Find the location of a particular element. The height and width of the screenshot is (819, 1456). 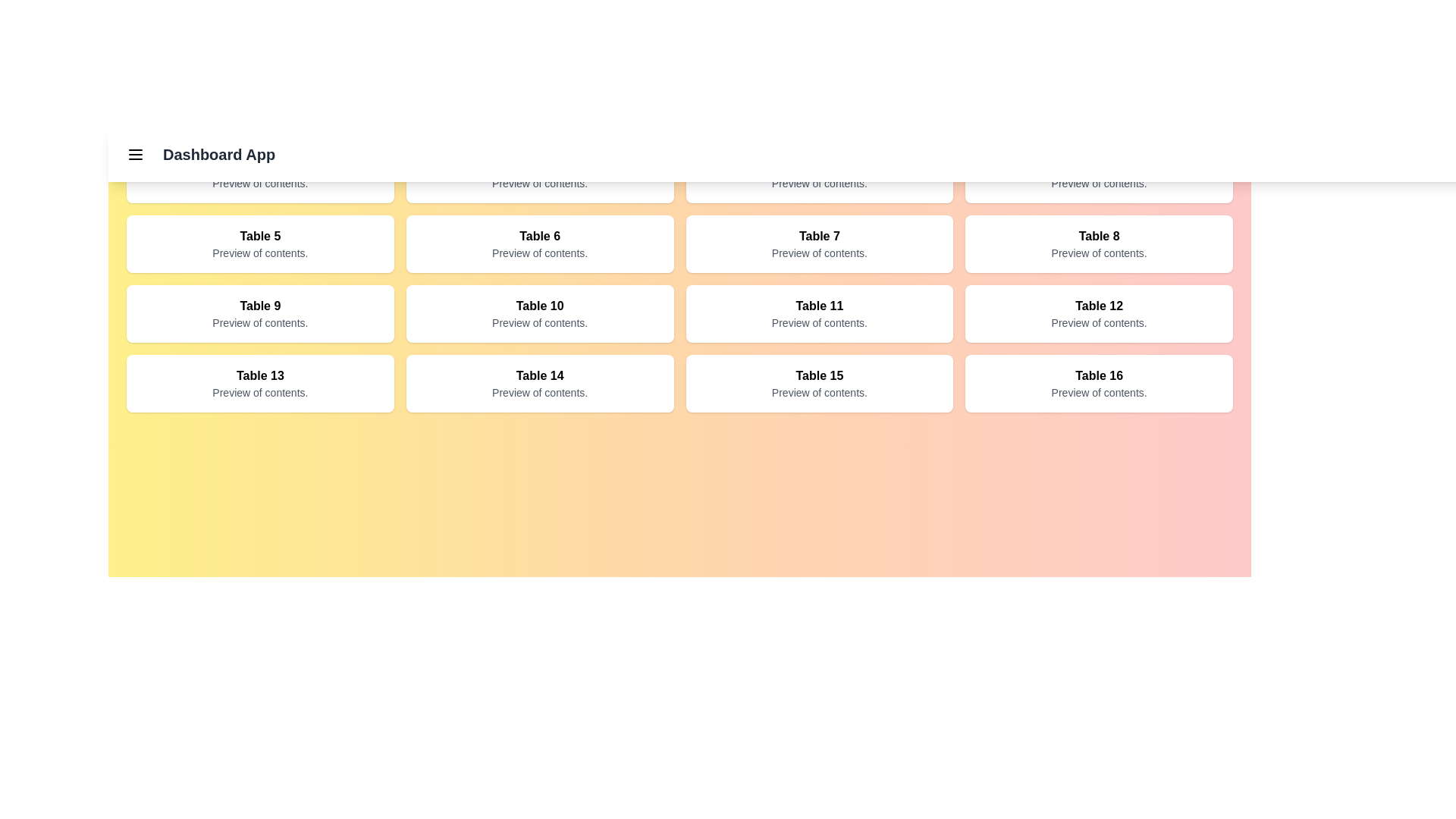

the menu button to toggle the navigation bar visibility is located at coordinates (135, 155).